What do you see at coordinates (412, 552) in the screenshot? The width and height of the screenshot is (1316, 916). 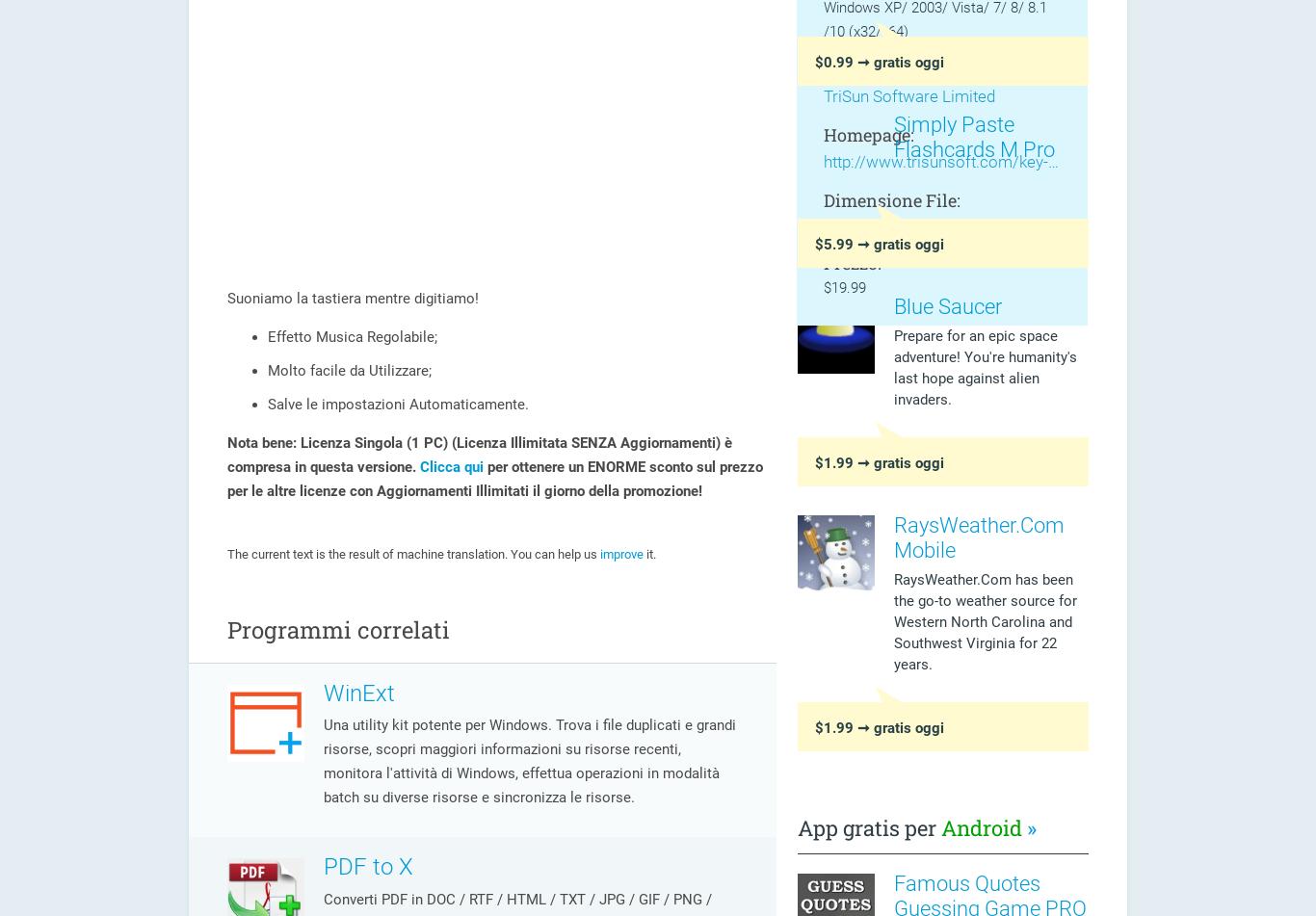 I see `'The current text is the result of machine translation. You can help us'` at bounding box center [412, 552].